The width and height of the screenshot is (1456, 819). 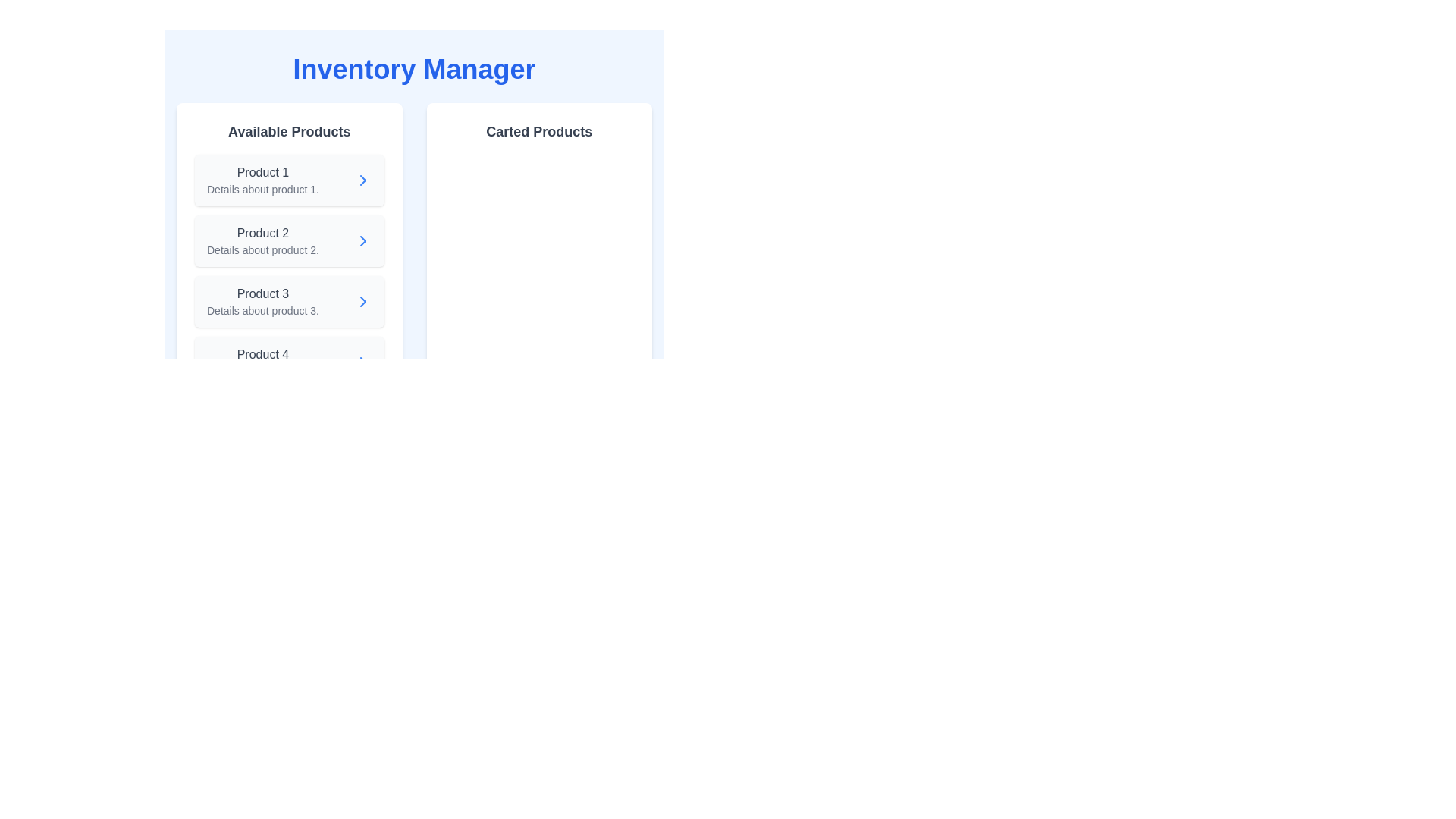 I want to click on the second Informational List Item under the 'Available Products' header, so click(x=262, y=240).